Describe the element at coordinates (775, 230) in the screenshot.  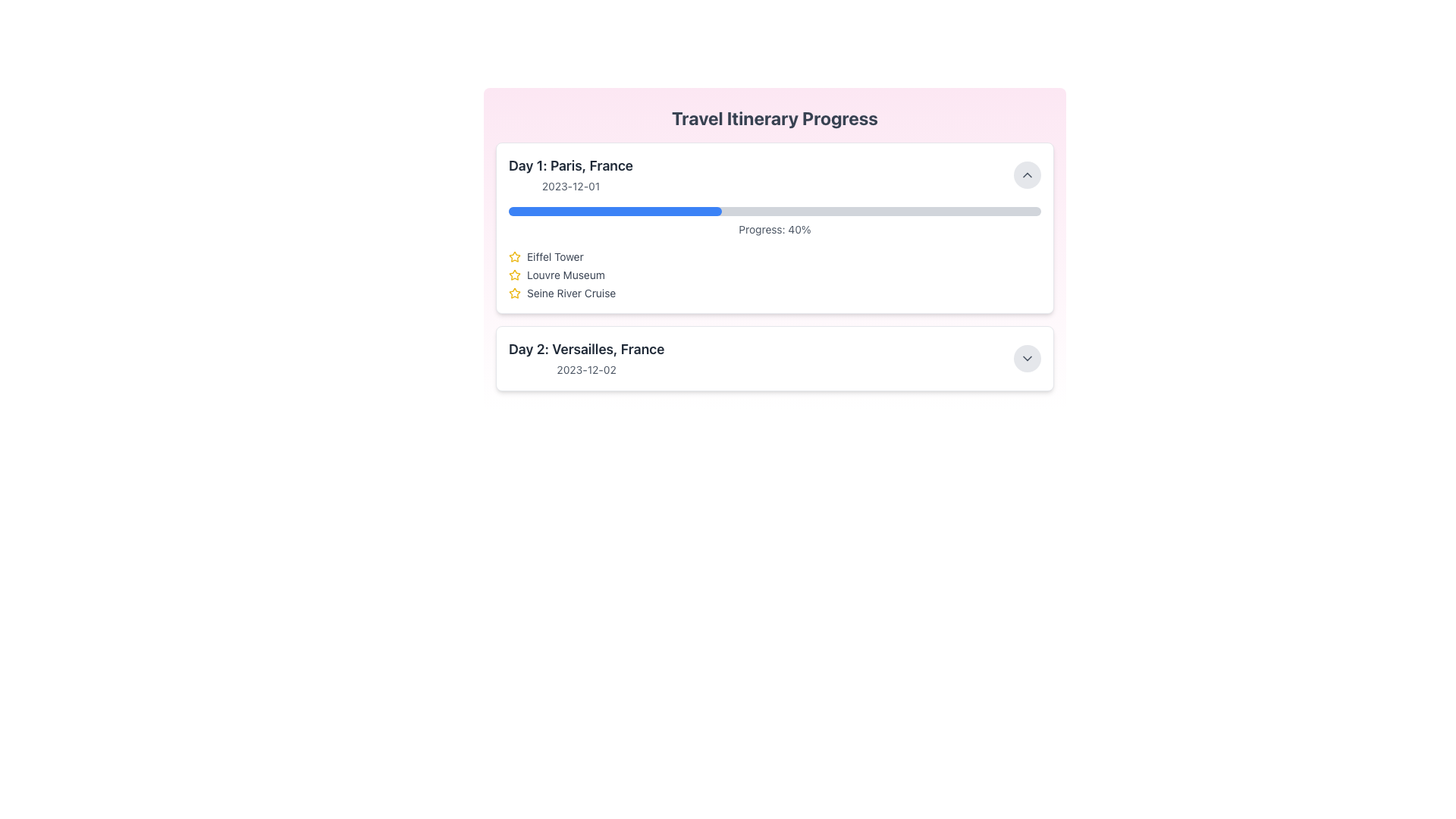
I see `the static text display element that shows 'Progress: 40%', which is styled in gray and located under a blue progress bar` at that location.